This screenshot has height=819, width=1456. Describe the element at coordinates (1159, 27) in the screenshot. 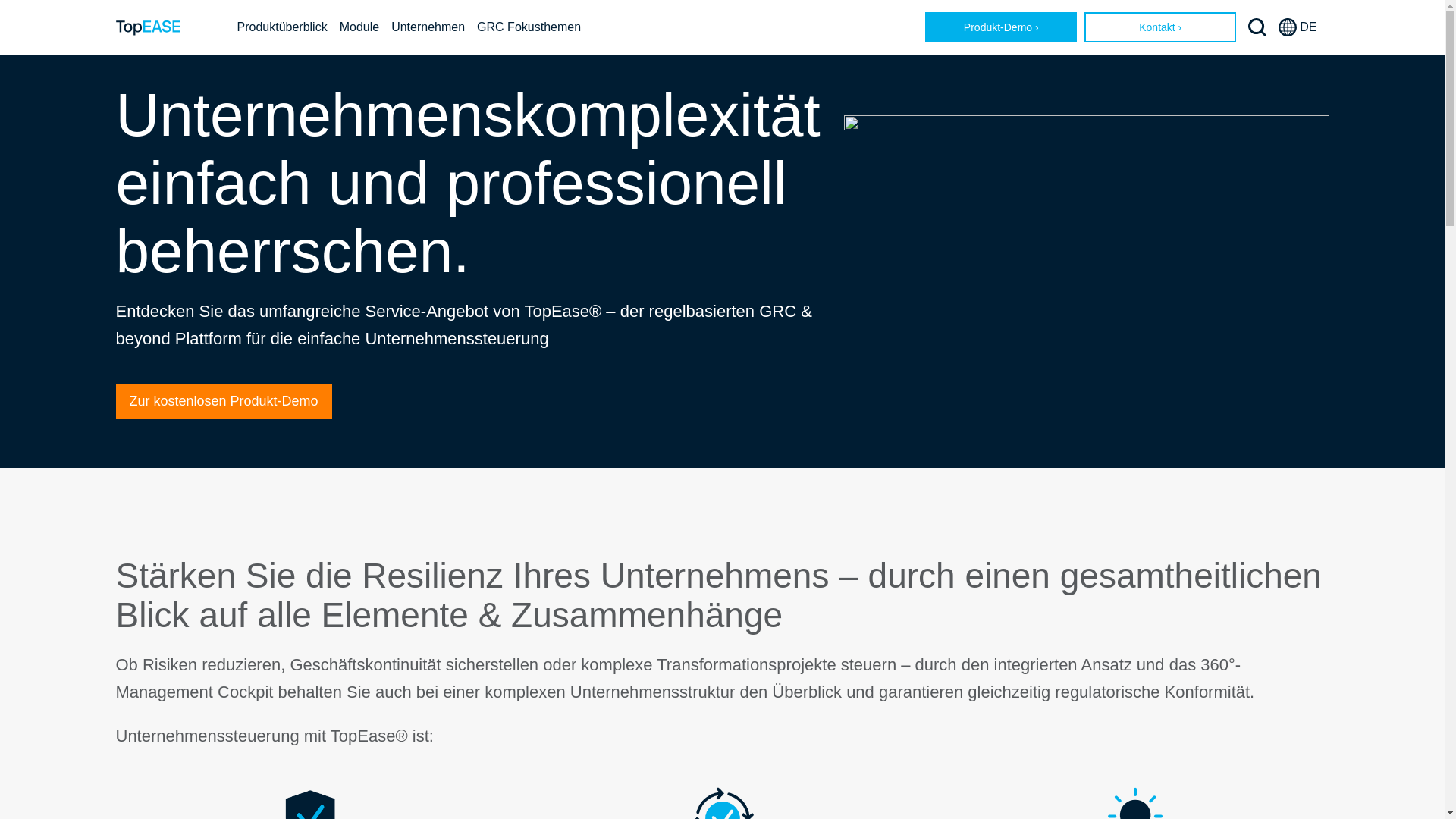

I see `'Kontakt'` at that location.